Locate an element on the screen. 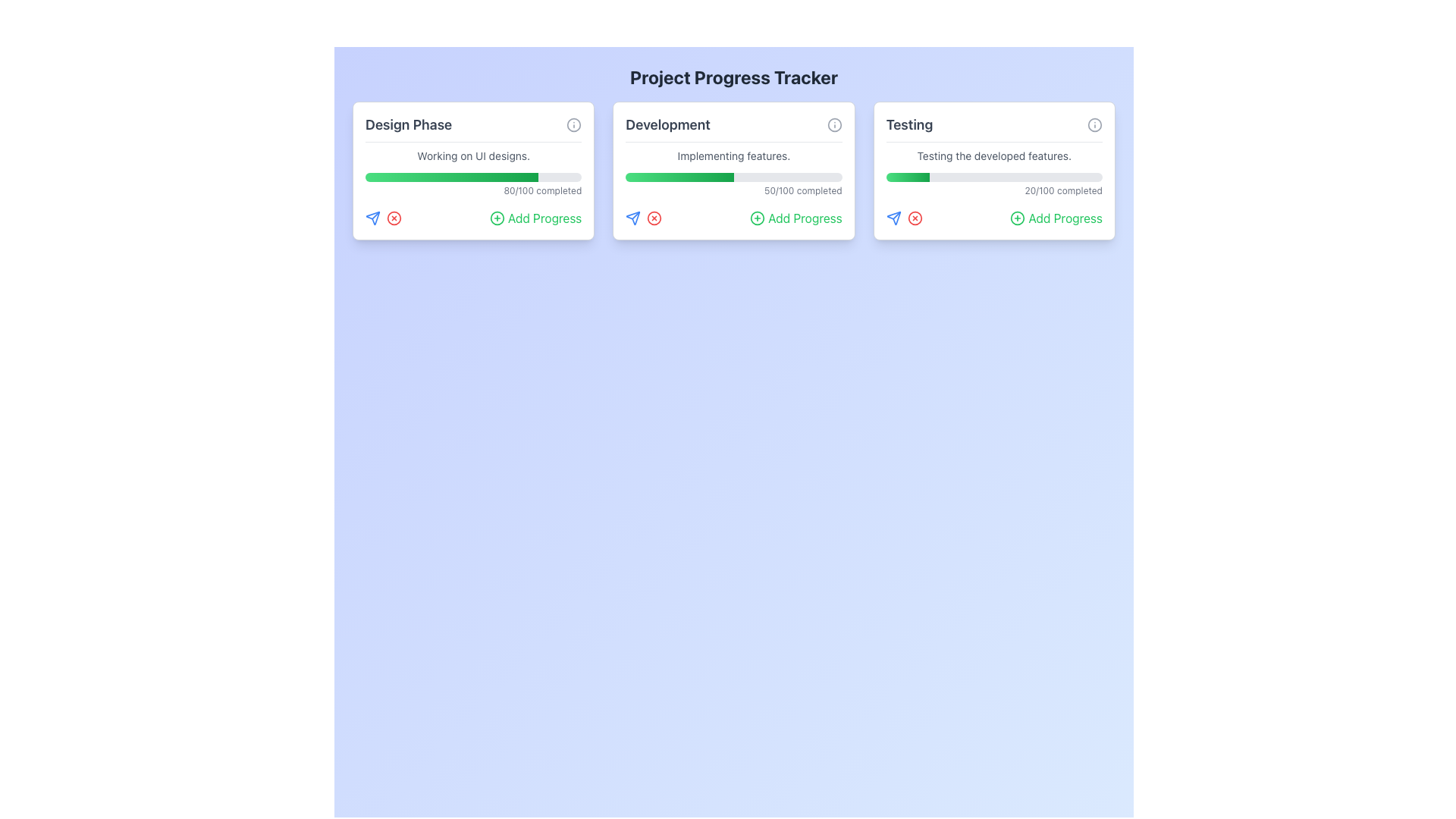  the progress value is located at coordinates (887, 177).